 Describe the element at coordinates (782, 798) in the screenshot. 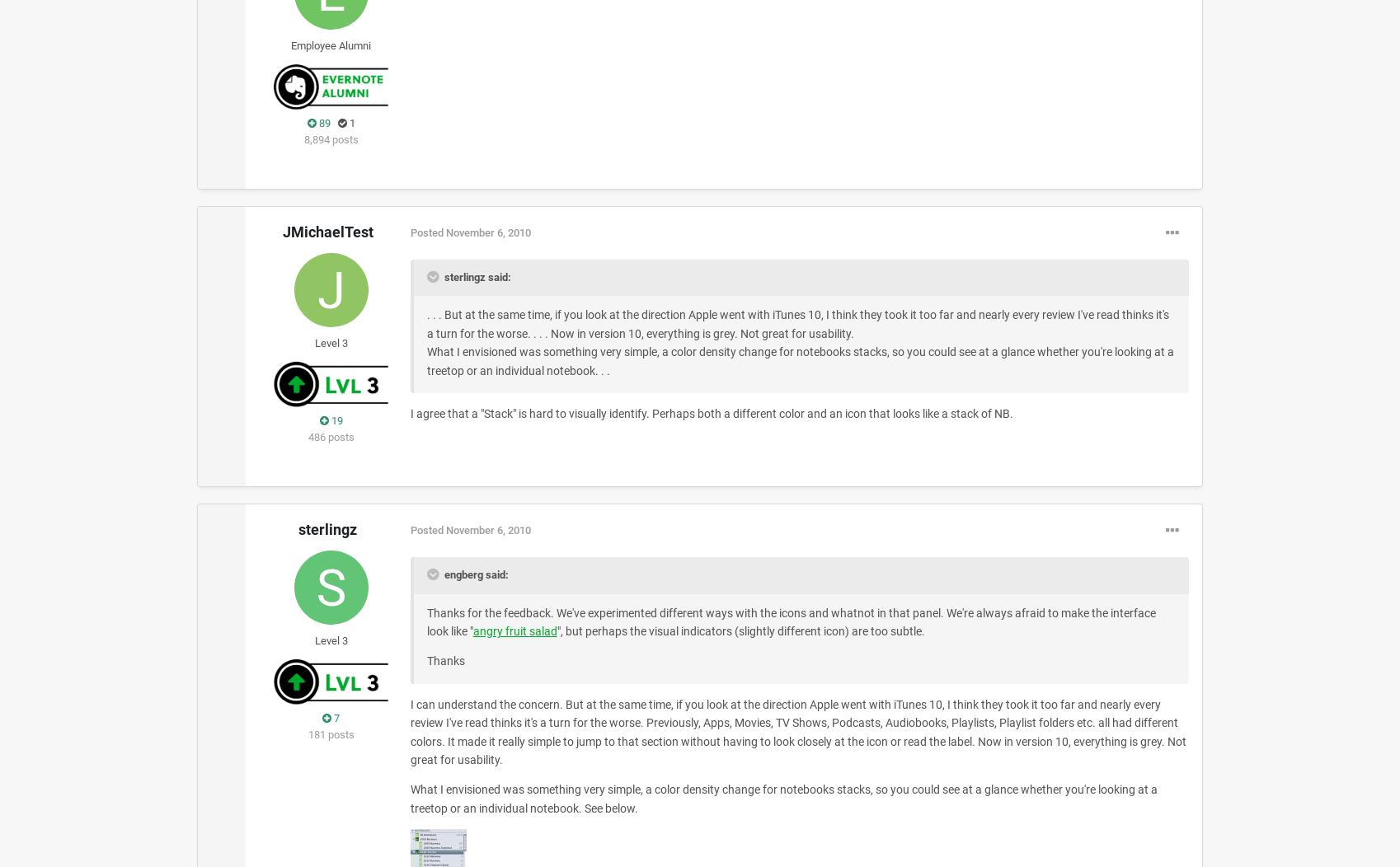

I see `'What I envisioned was something very simple, a color density change for notebooks stacks, so you could see at a glance whether you're looking at a treetop or an individual notebook. See below.'` at that location.